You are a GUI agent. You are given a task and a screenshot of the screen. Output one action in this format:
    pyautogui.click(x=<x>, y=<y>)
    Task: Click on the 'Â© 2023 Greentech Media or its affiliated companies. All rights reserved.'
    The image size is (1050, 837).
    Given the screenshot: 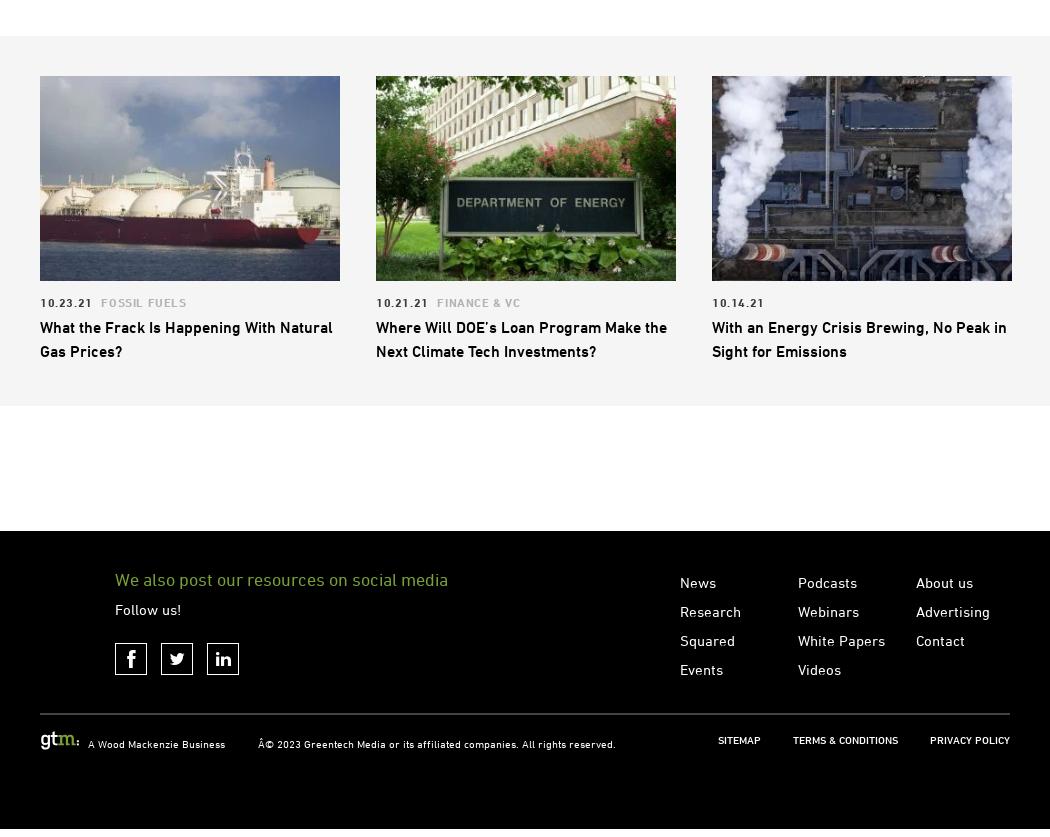 What is the action you would take?
    pyautogui.click(x=257, y=822)
    